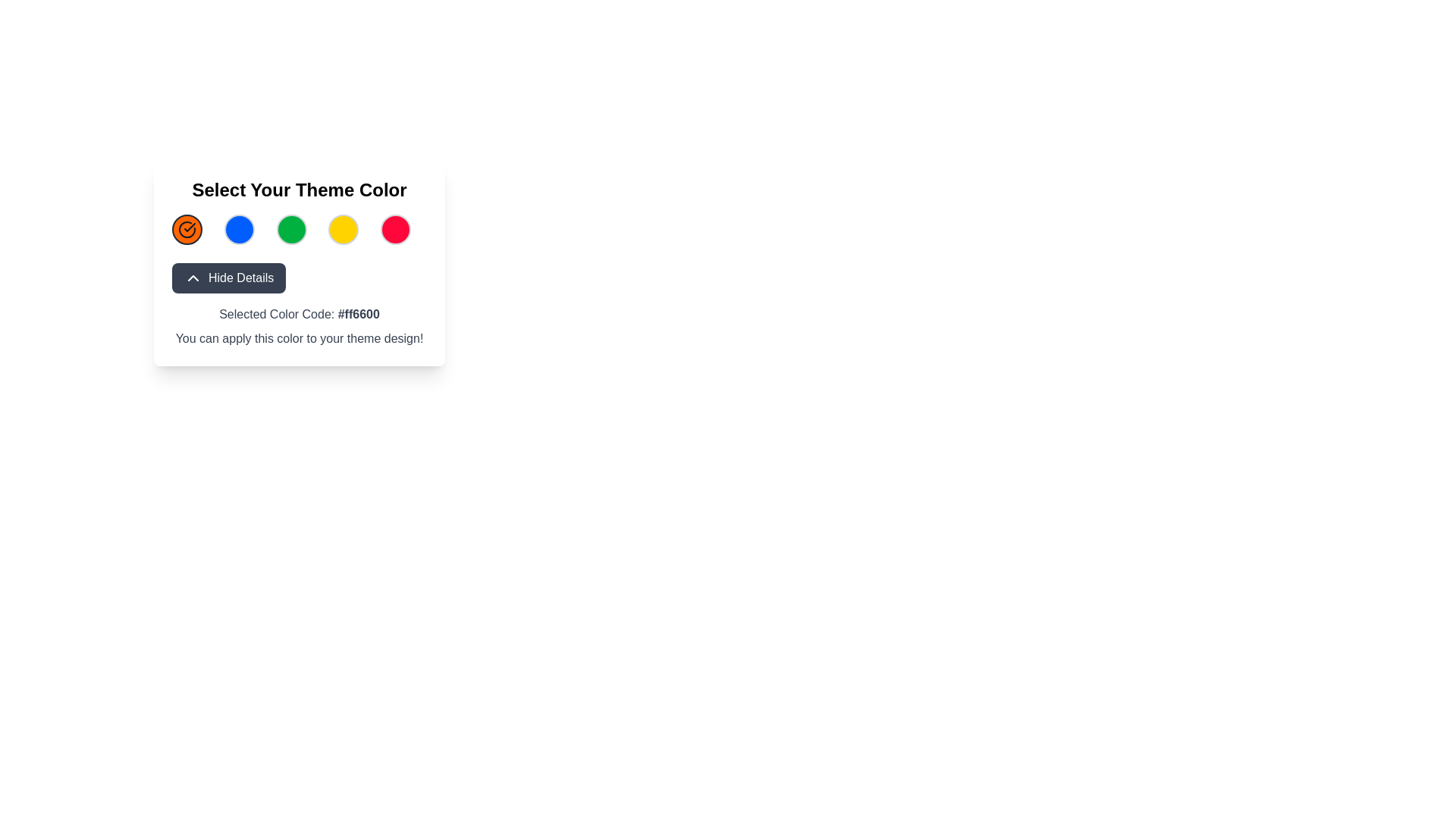 Image resolution: width=1456 pixels, height=819 pixels. What do you see at coordinates (186, 230) in the screenshot?
I see `the circular selection button for choosing the orange color theme, which is the first button in a row of five circular icons under the heading 'Select Your Theme Color'` at bounding box center [186, 230].